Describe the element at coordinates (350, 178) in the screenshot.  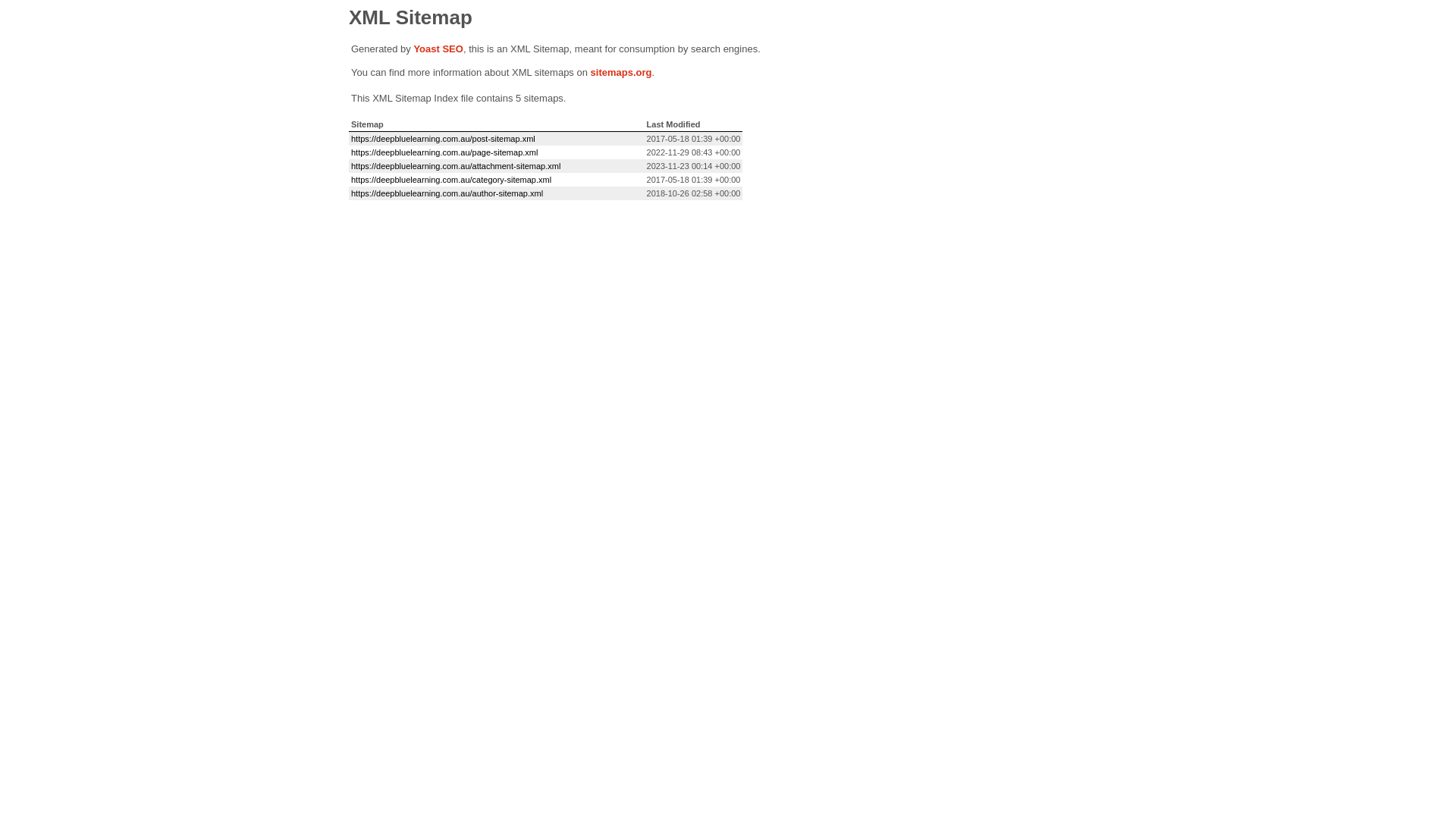
I see `'https://deepbluelearning.com.au/category-sitemap.xml'` at that location.